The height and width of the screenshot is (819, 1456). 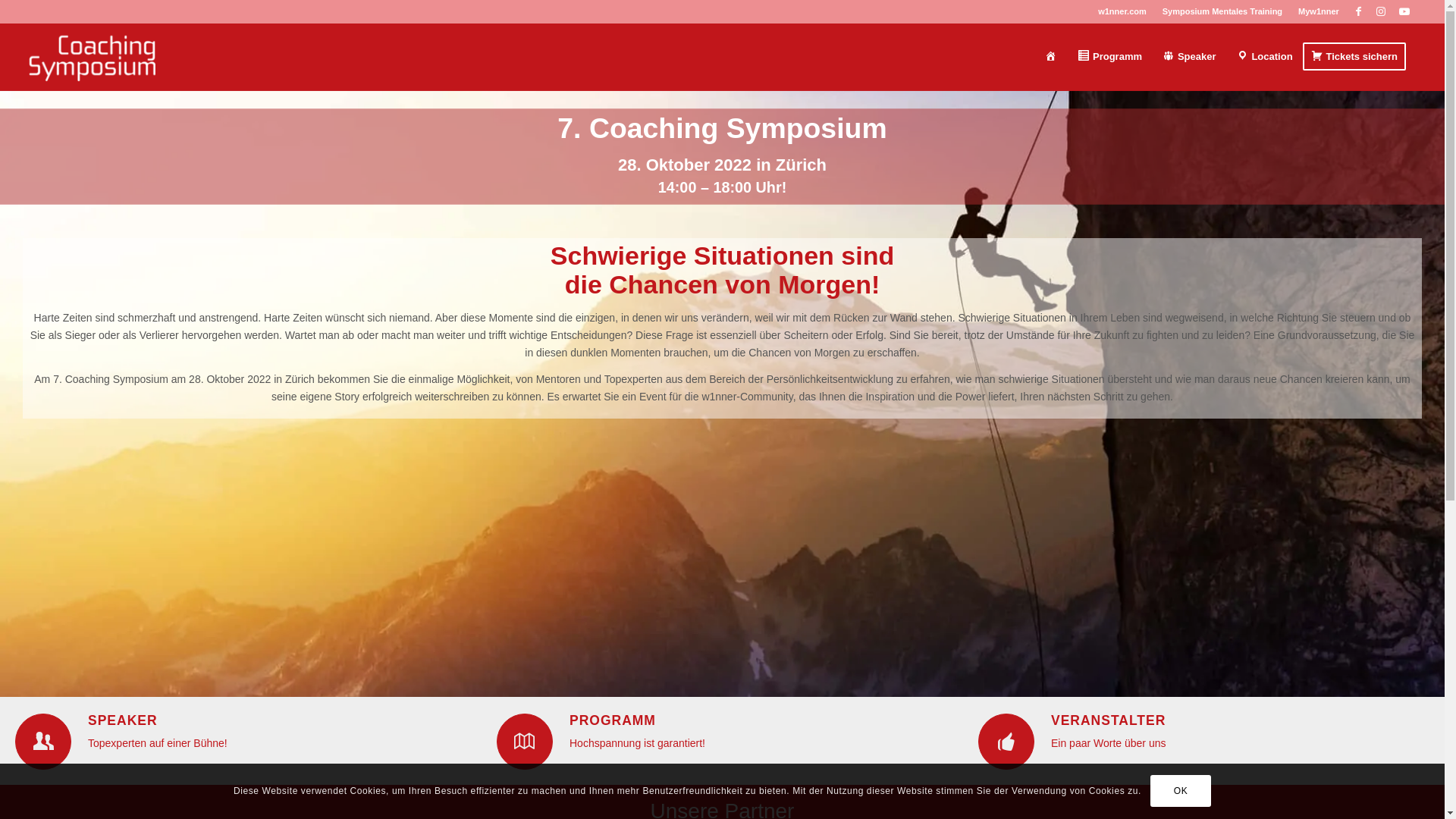 What do you see at coordinates (1065, 55) in the screenshot?
I see `'Programm'` at bounding box center [1065, 55].